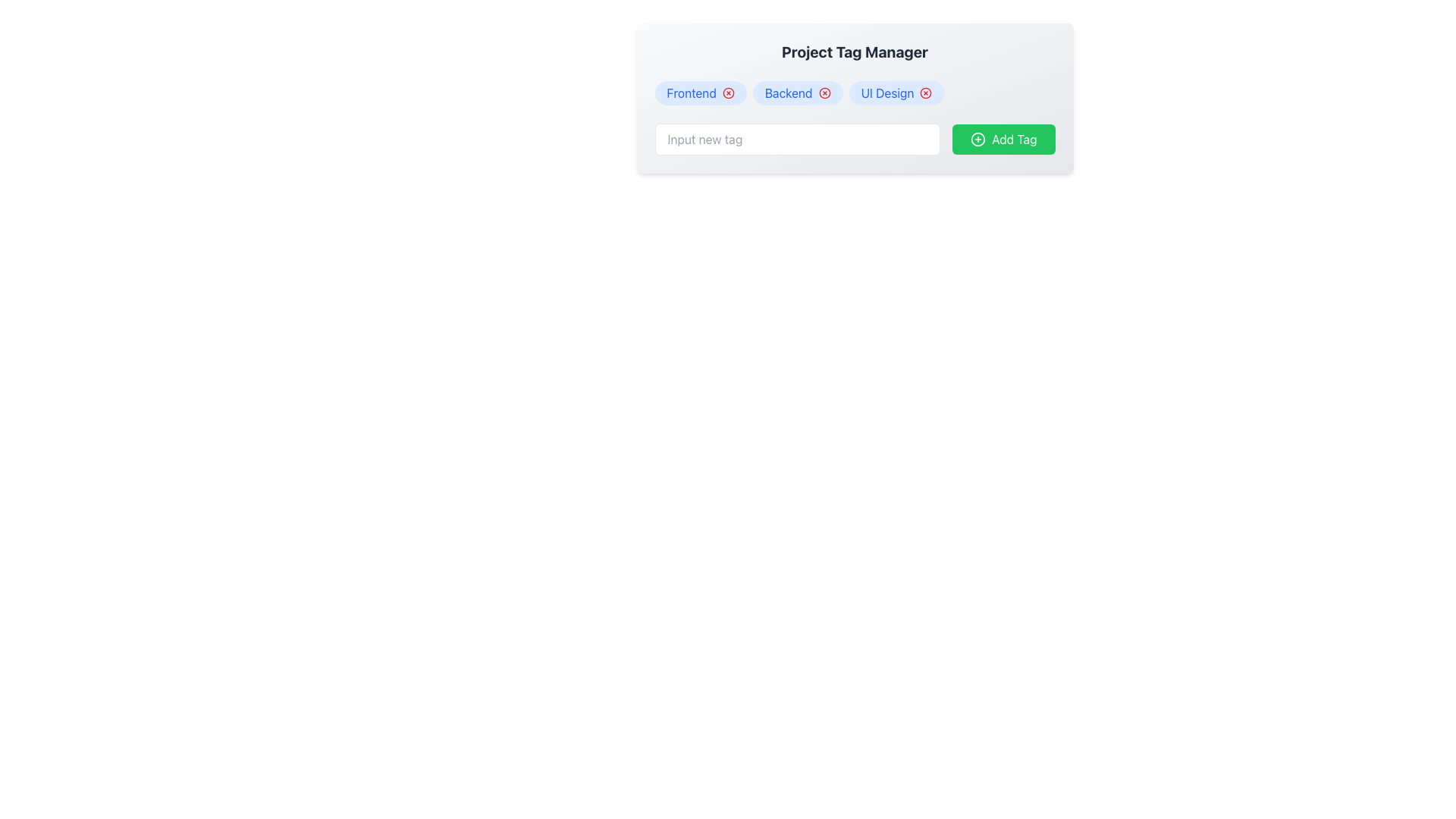 The width and height of the screenshot is (1456, 819). I want to click on the close button for the 'Frontend' tag in the 'Project Tag Manager' interface, so click(728, 93).